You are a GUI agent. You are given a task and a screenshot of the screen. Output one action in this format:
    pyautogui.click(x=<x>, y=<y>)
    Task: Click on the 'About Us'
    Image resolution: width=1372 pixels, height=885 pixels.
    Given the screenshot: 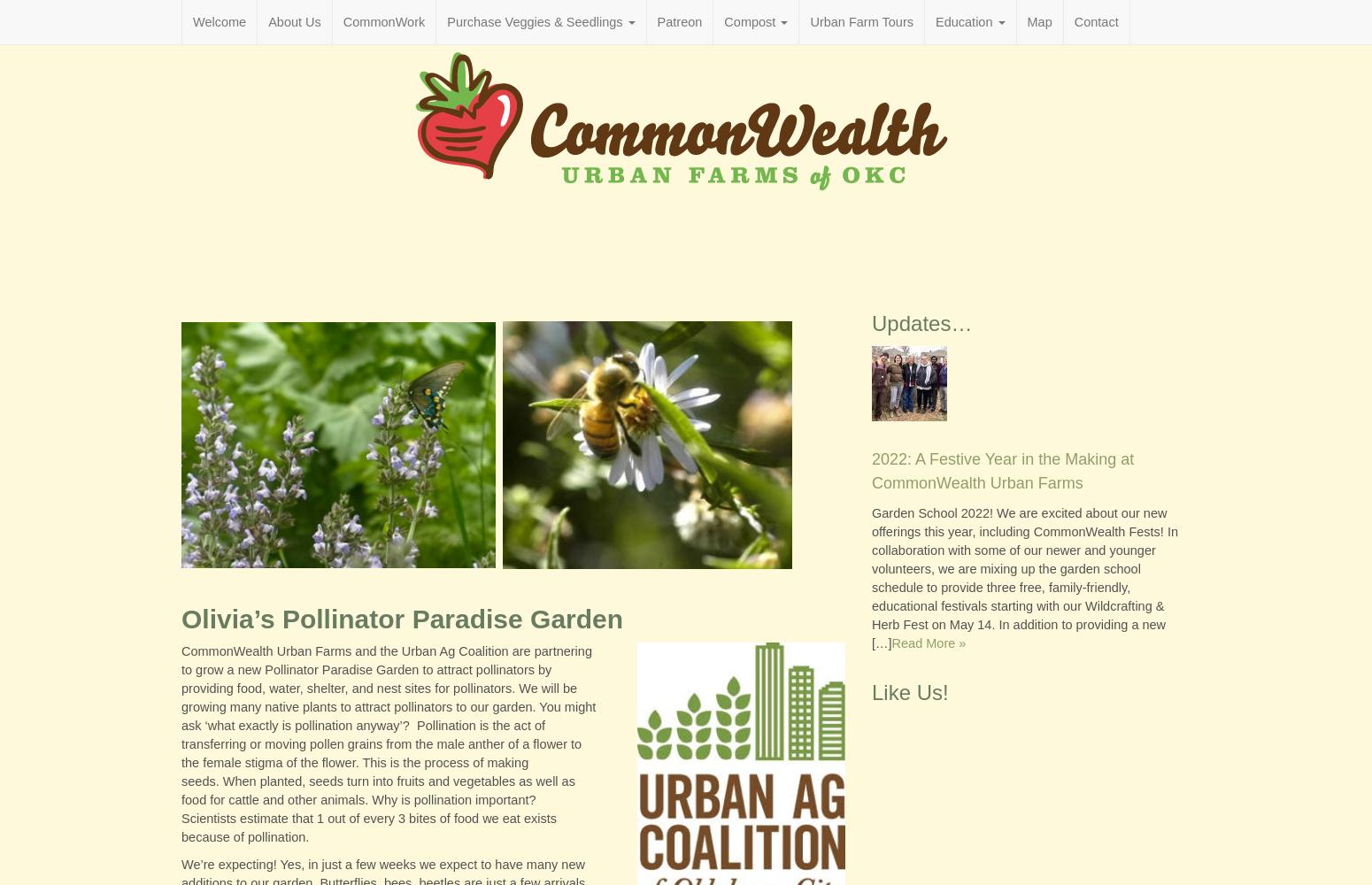 What is the action you would take?
    pyautogui.click(x=293, y=22)
    